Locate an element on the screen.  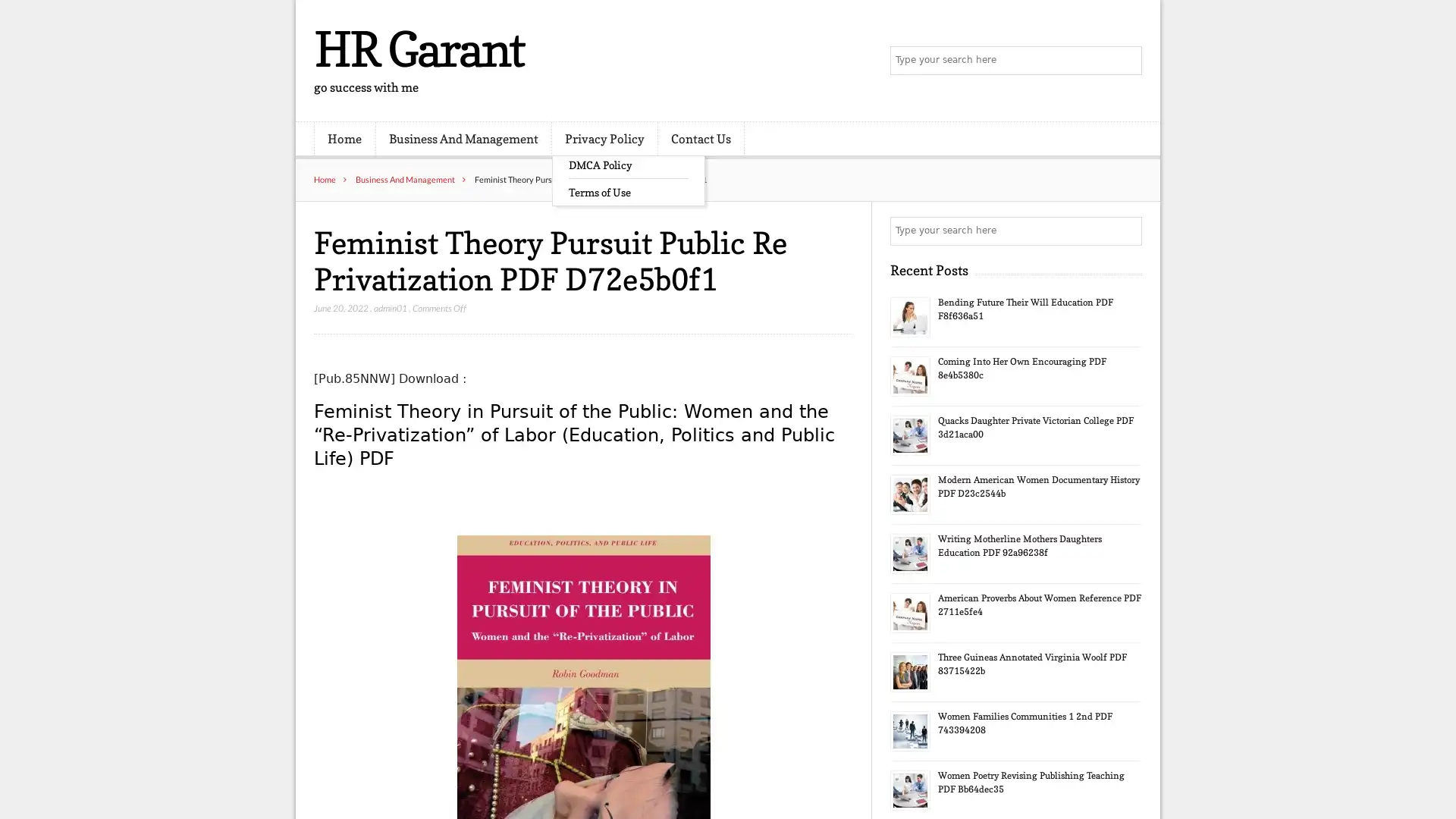
Search is located at coordinates (1126, 231).